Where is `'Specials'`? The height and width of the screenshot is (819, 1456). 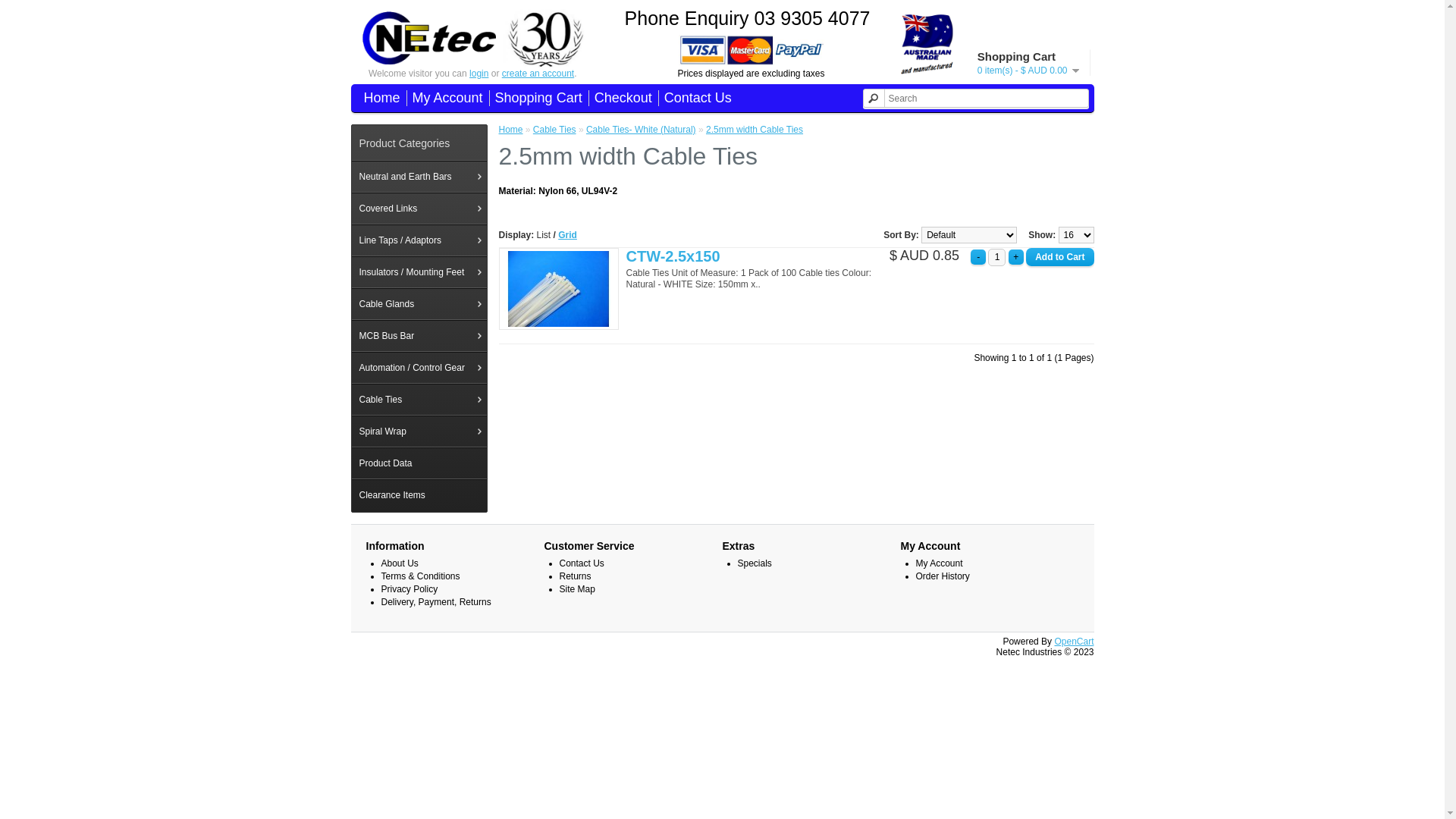 'Specials' is located at coordinates (754, 563).